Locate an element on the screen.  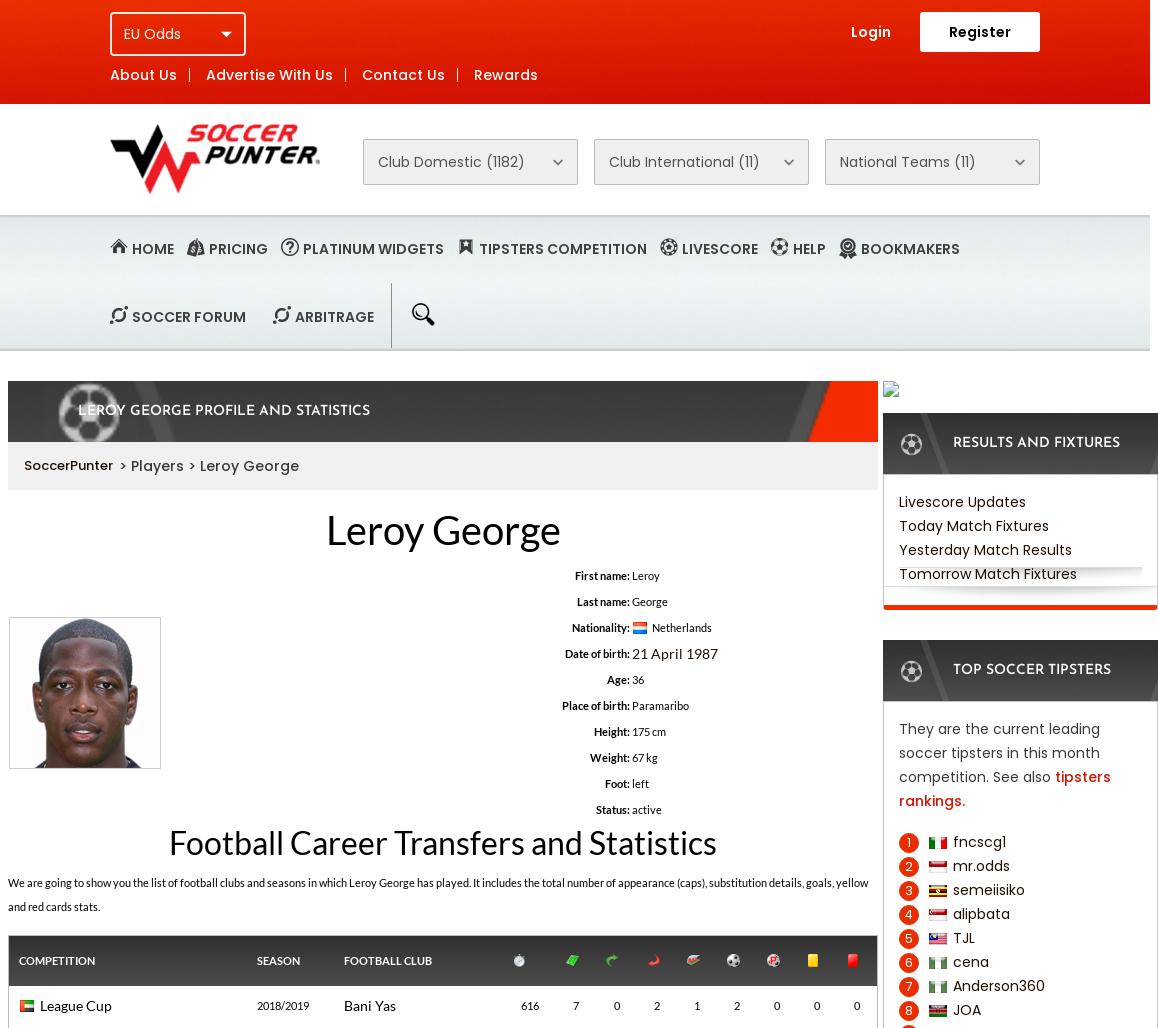
'Results and Fixtures' is located at coordinates (950, 443).